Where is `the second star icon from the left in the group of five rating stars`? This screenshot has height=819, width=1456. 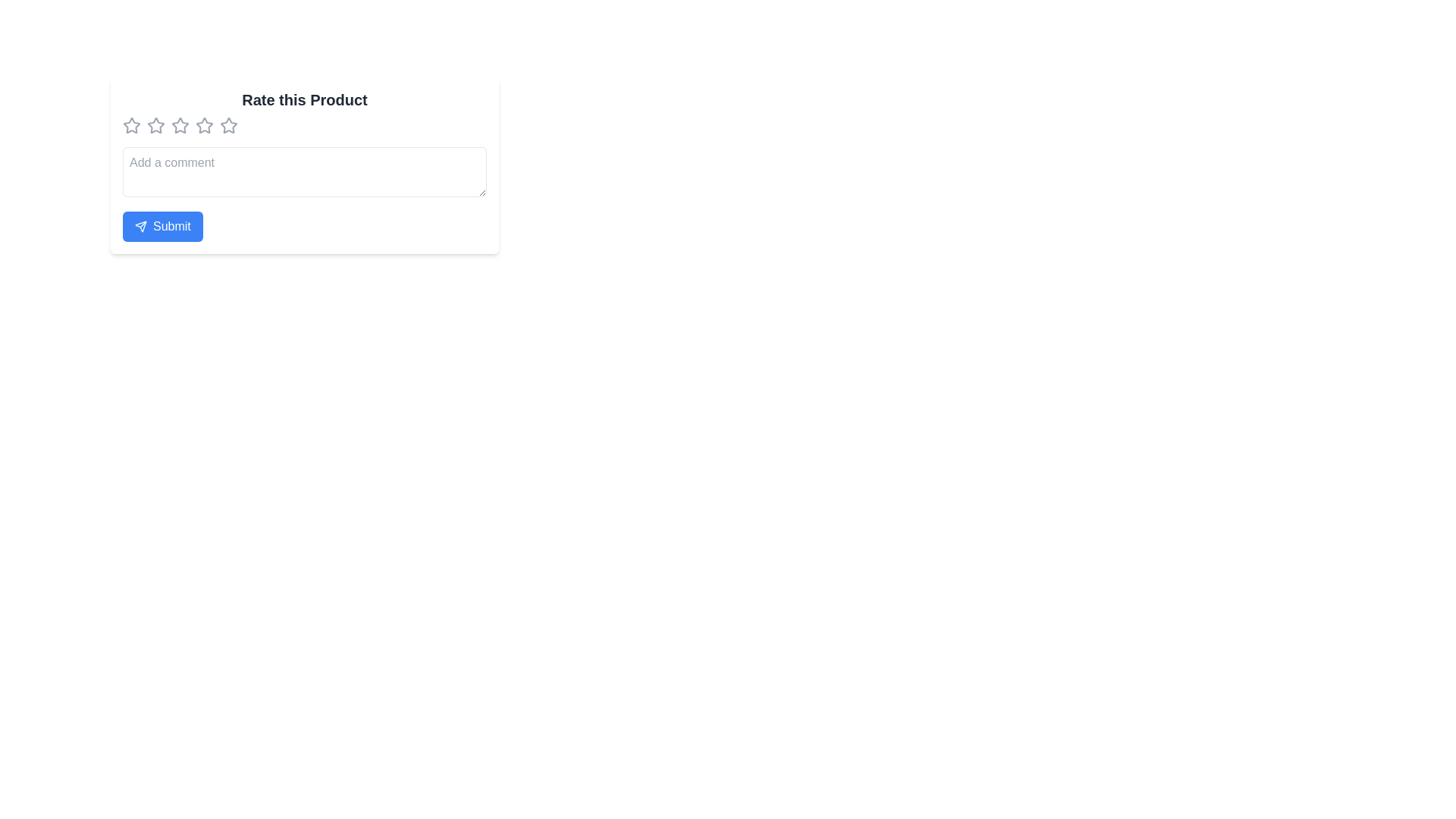 the second star icon from the left in the group of five rating stars is located at coordinates (156, 124).